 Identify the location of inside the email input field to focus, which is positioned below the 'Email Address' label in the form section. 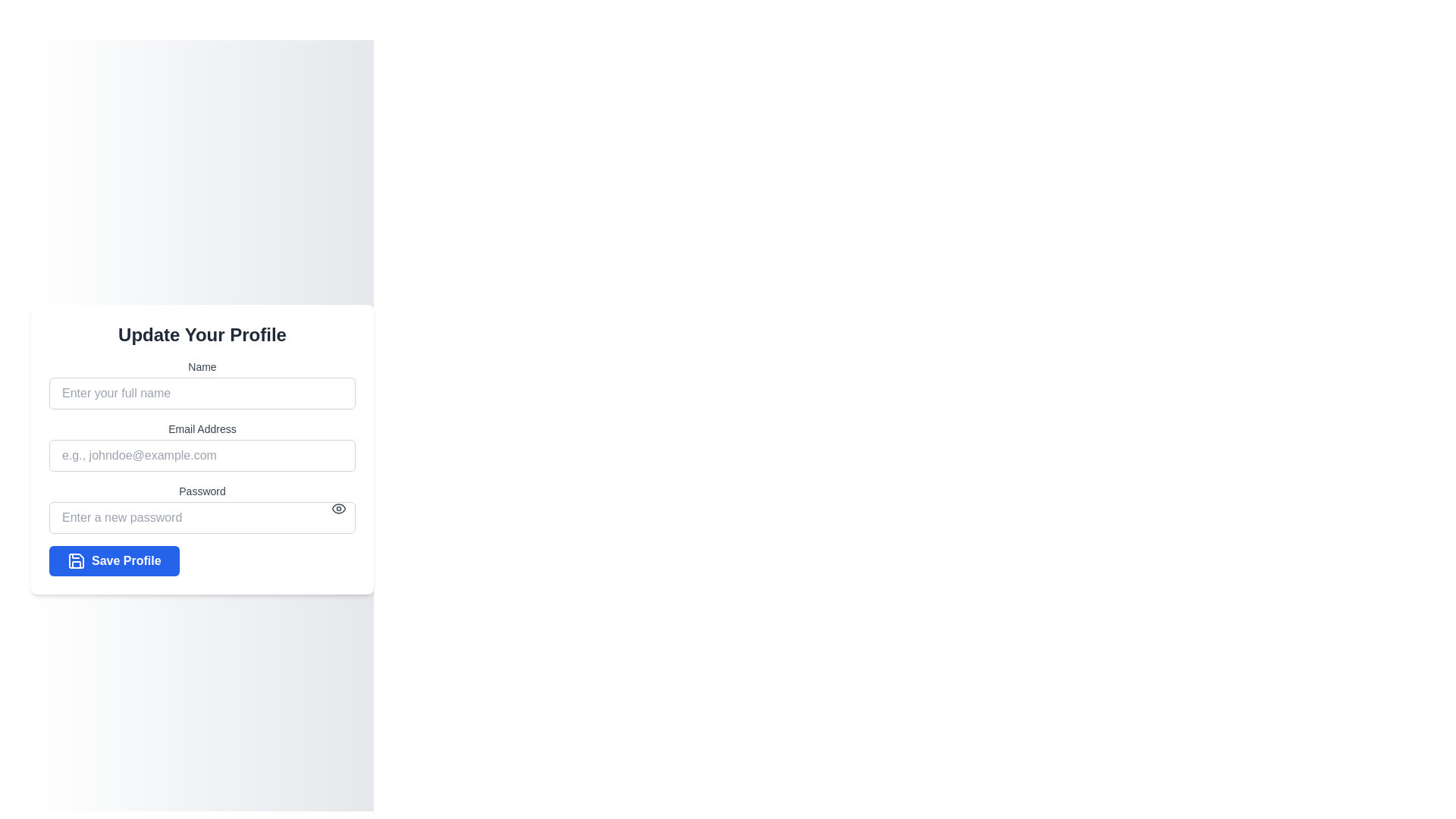
(202, 455).